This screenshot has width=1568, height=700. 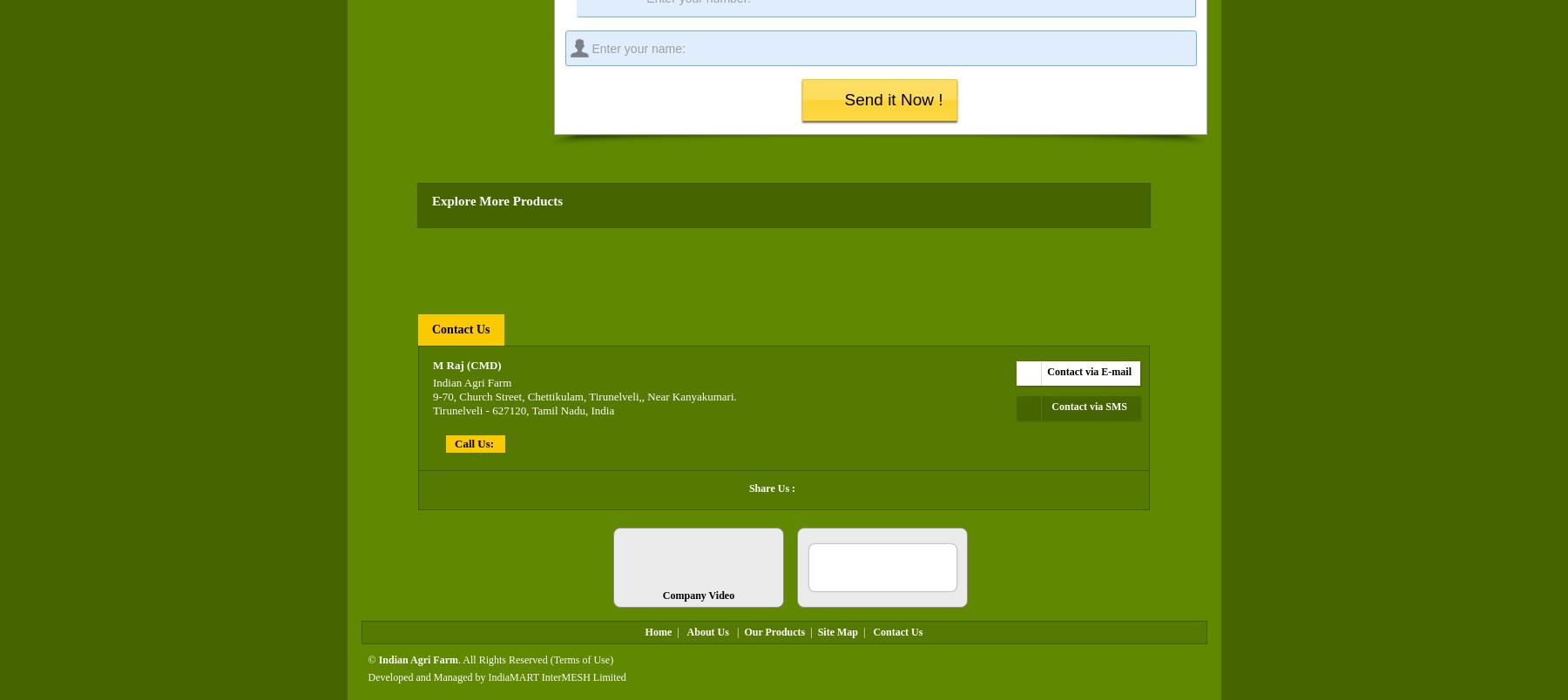 What do you see at coordinates (601, 409) in the screenshot?
I see `'India'` at bounding box center [601, 409].